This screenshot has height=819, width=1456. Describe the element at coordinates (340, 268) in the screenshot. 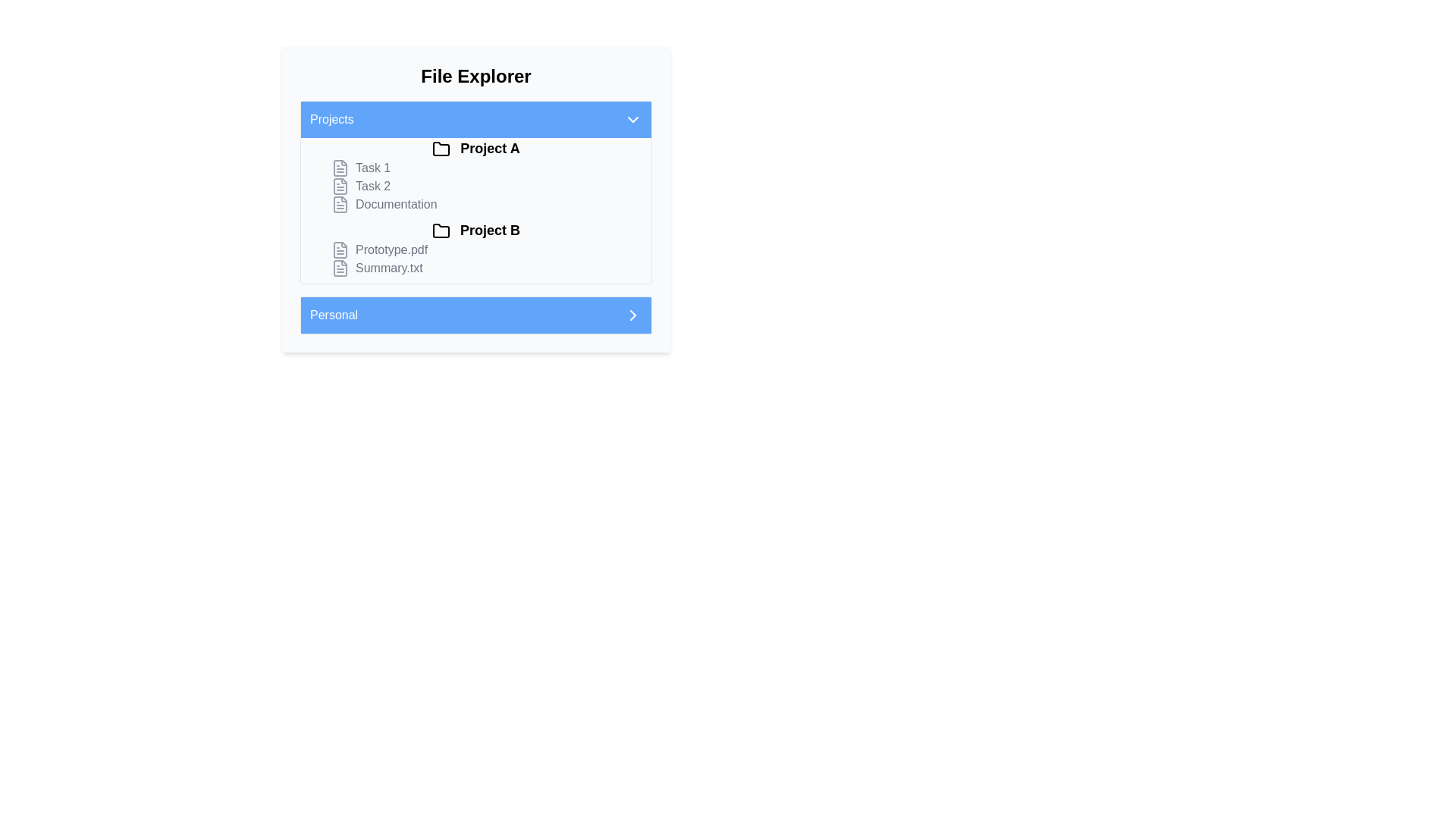

I see `the file icon represented by a minimalist document with folded edges, located to the left of 'Summary.txt' in the File Explorer, as the fourth item in the list of projects` at that location.